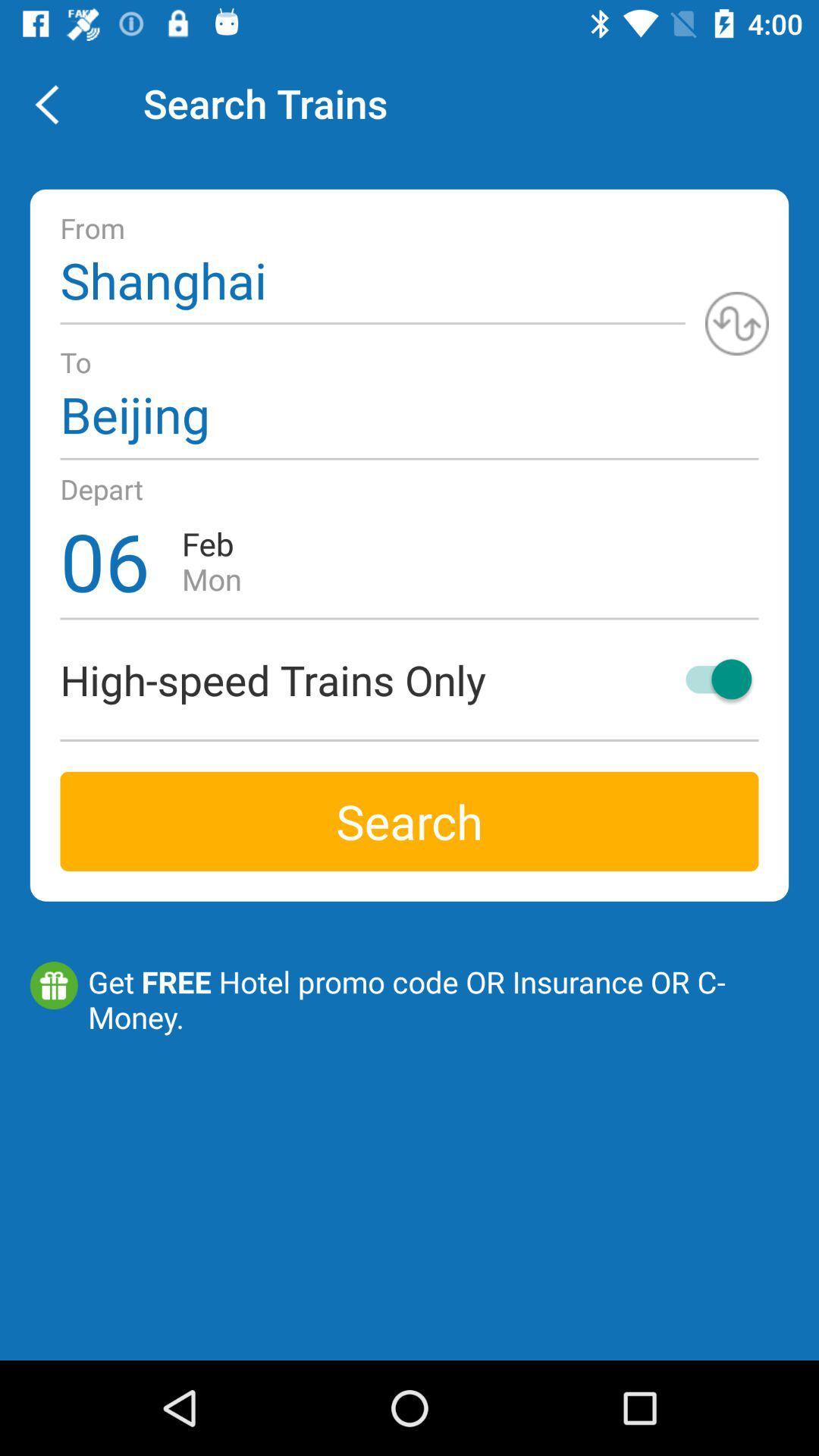 The height and width of the screenshot is (1456, 819). Describe the element at coordinates (711, 678) in the screenshot. I see `icon on the right` at that location.